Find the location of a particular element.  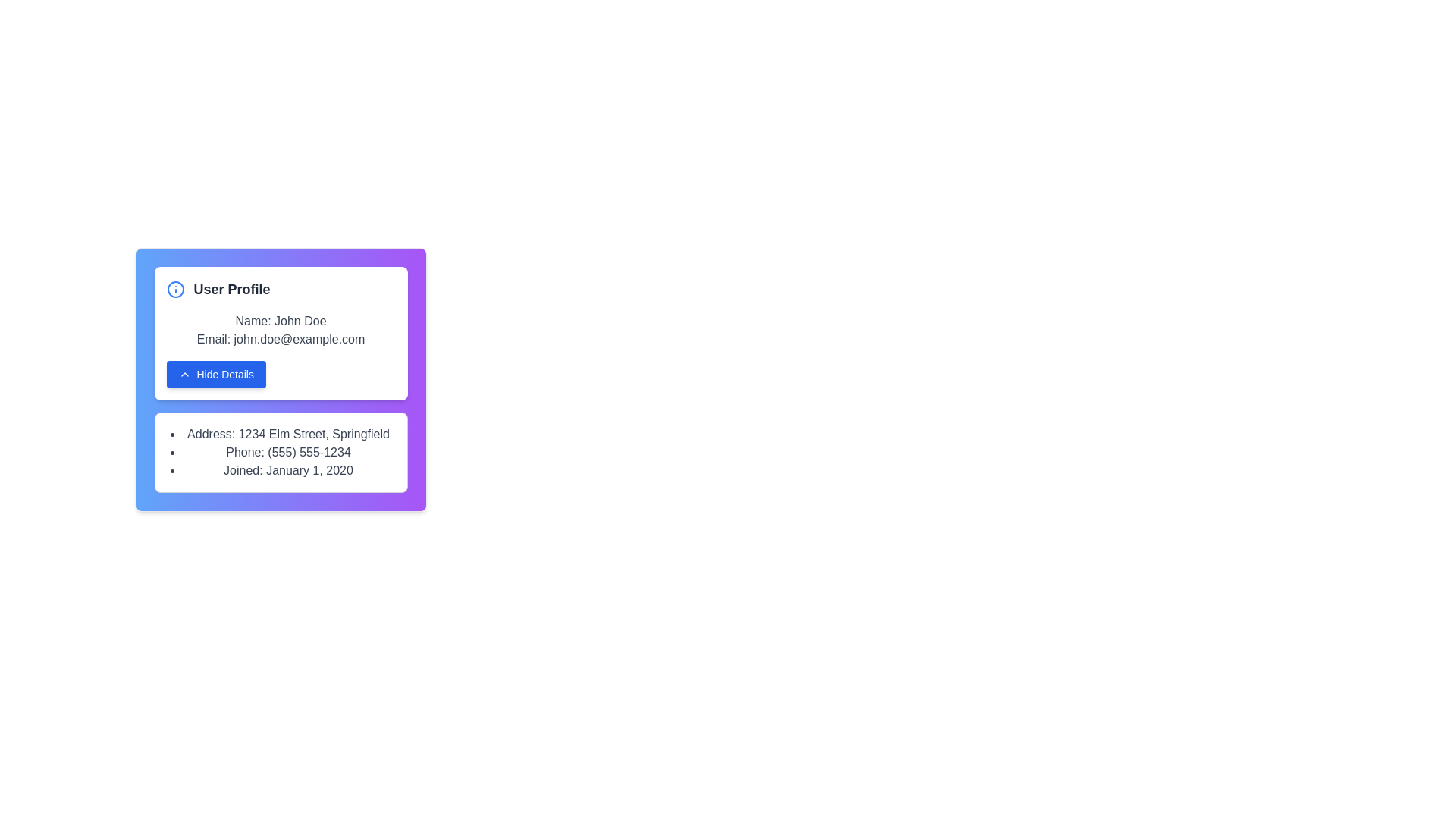

the Text Section that presents the user's personal details, located below the 'Hide Details' button in the User Profile component is located at coordinates (281, 452).